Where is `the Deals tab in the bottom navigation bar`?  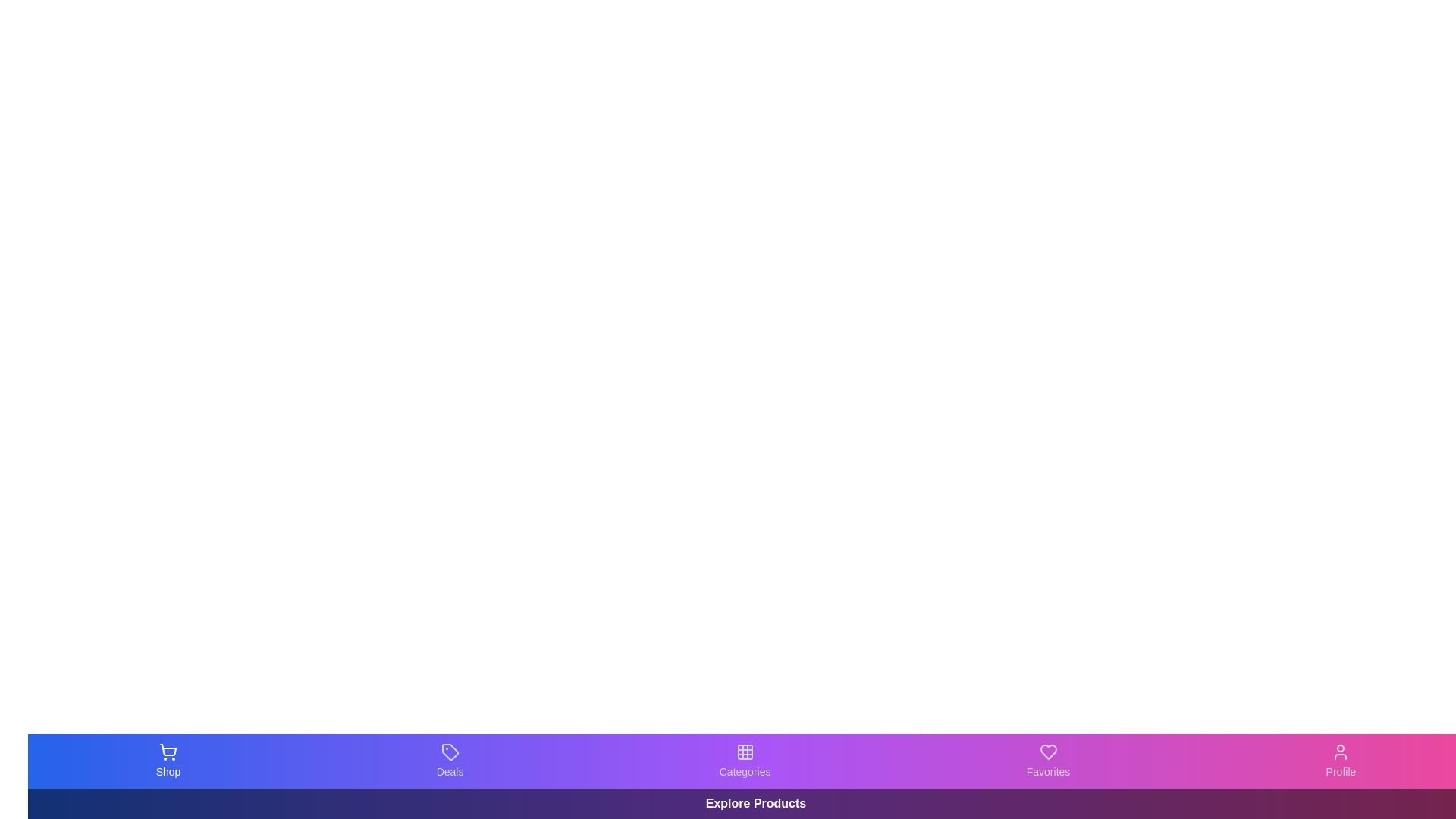 the Deals tab in the bottom navigation bar is located at coordinates (449, 761).